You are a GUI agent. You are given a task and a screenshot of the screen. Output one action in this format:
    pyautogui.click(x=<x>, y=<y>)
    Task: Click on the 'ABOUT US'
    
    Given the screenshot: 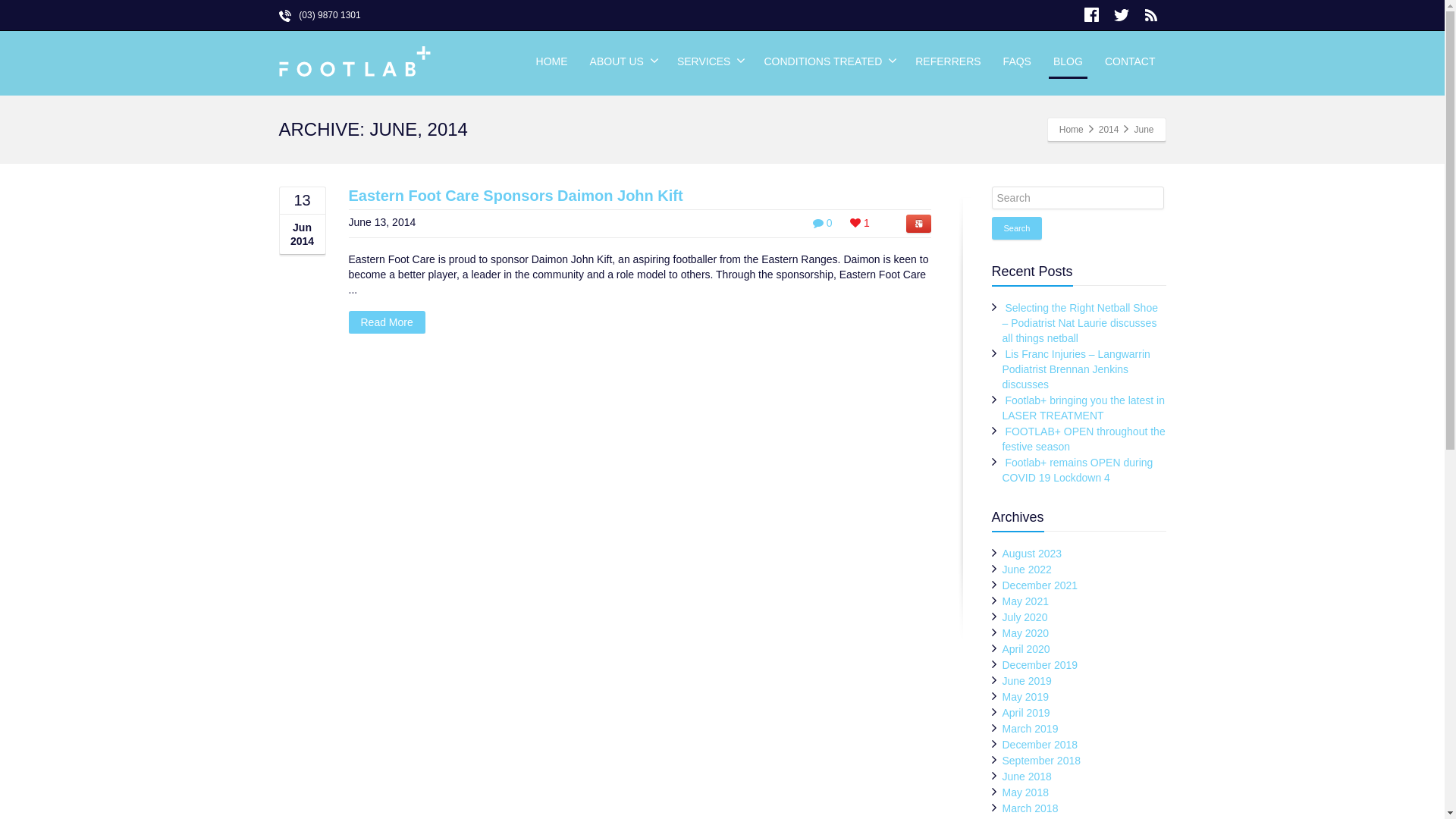 What is the action you would take?
    pyautogui.click(x=622, y=61)
    